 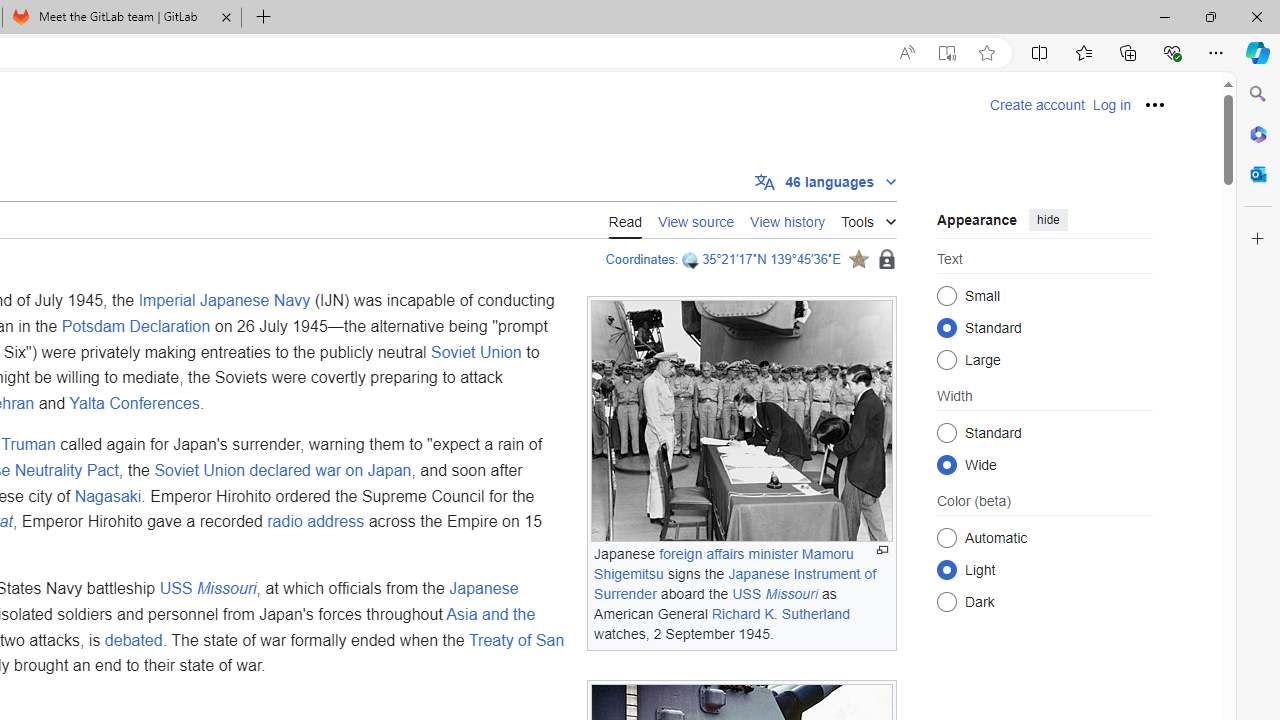 What do you see at coordinates (640, 258) in the screenshot?
I see `'Coordinates'` at bounding box center [640, 258].